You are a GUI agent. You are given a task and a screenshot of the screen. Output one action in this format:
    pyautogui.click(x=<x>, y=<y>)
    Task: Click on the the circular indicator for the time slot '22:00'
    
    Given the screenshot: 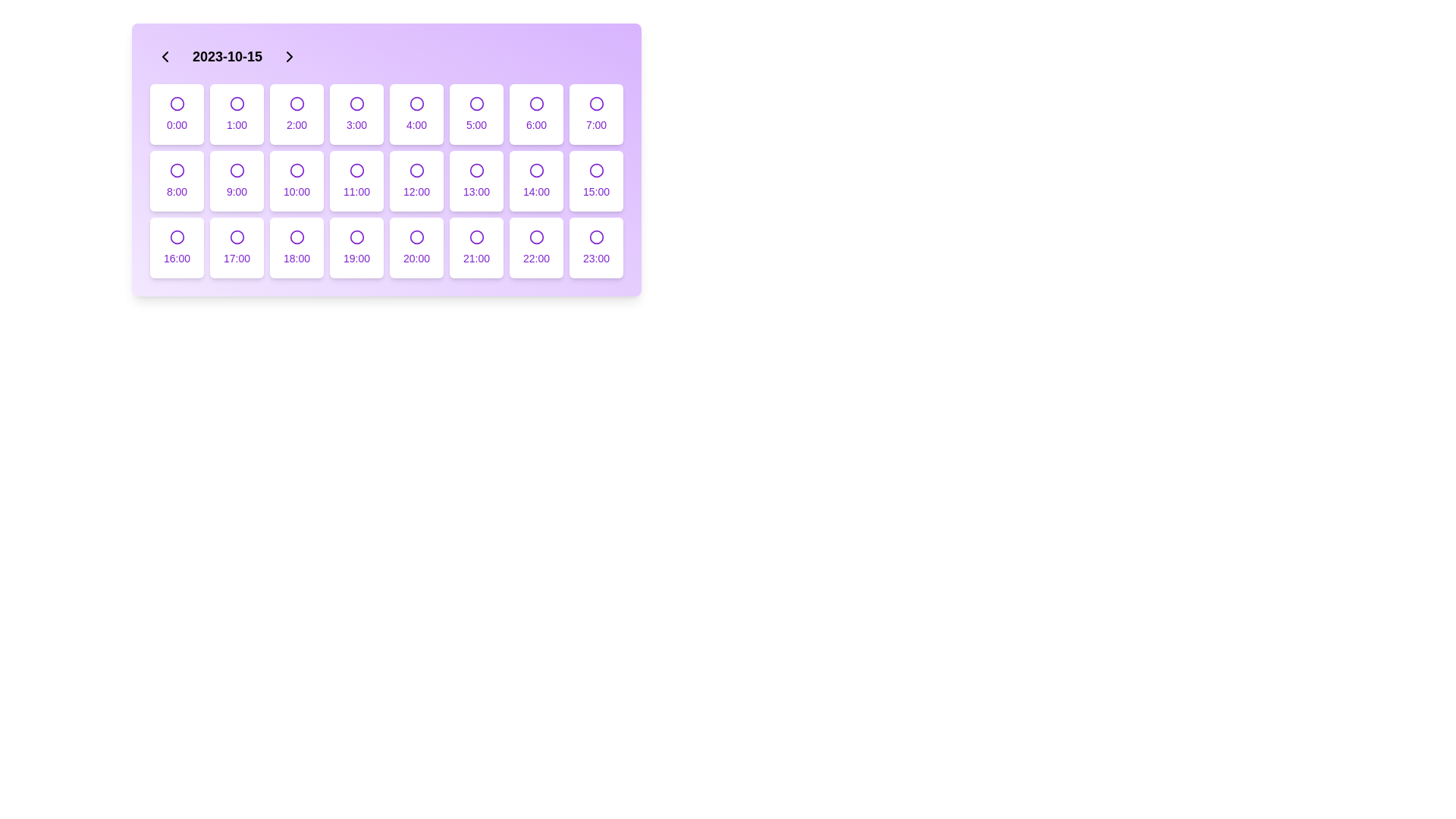 What is the action you would take?
    pyautogui.click(x=536, y=237)
    